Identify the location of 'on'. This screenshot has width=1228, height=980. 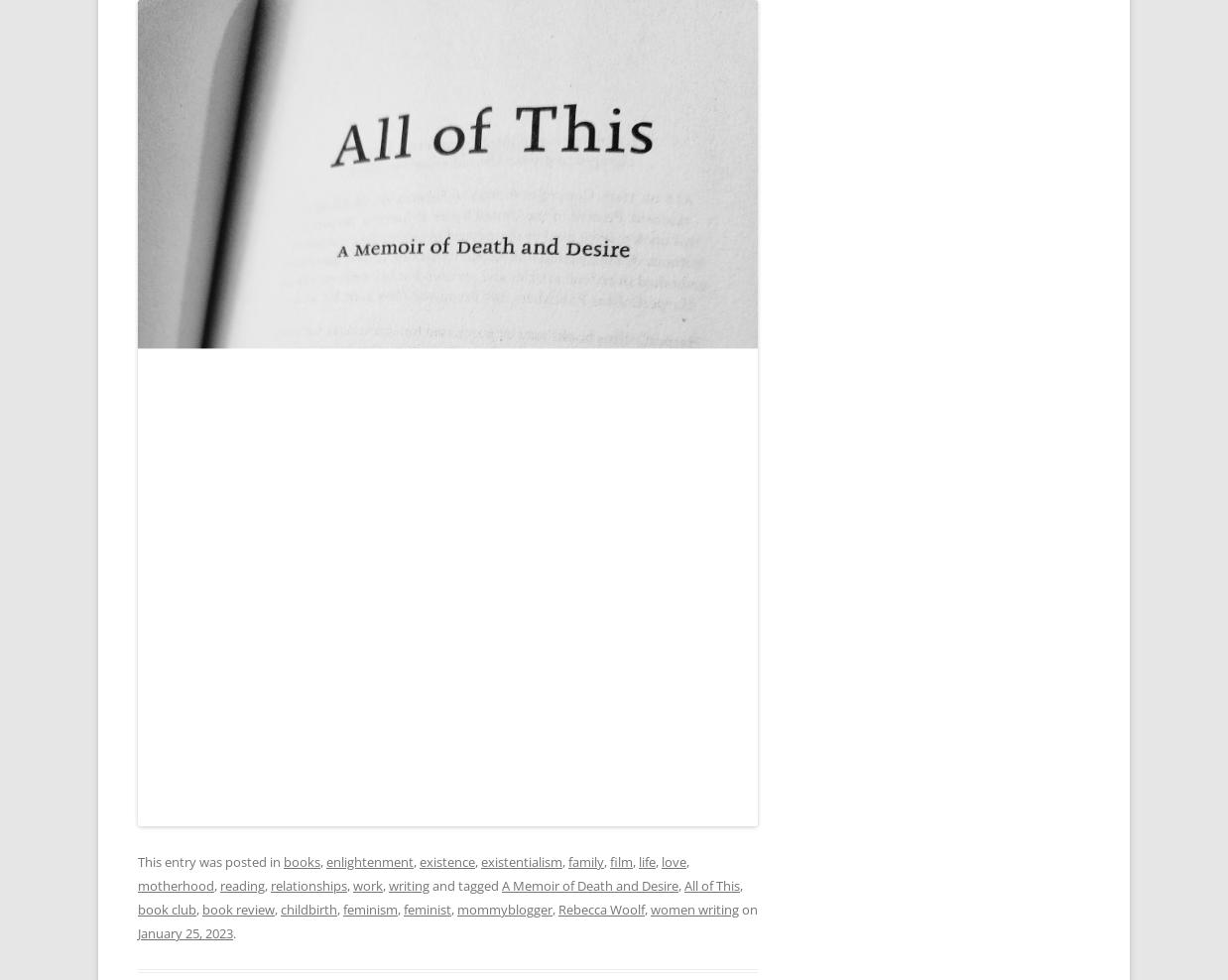
(748, 908).